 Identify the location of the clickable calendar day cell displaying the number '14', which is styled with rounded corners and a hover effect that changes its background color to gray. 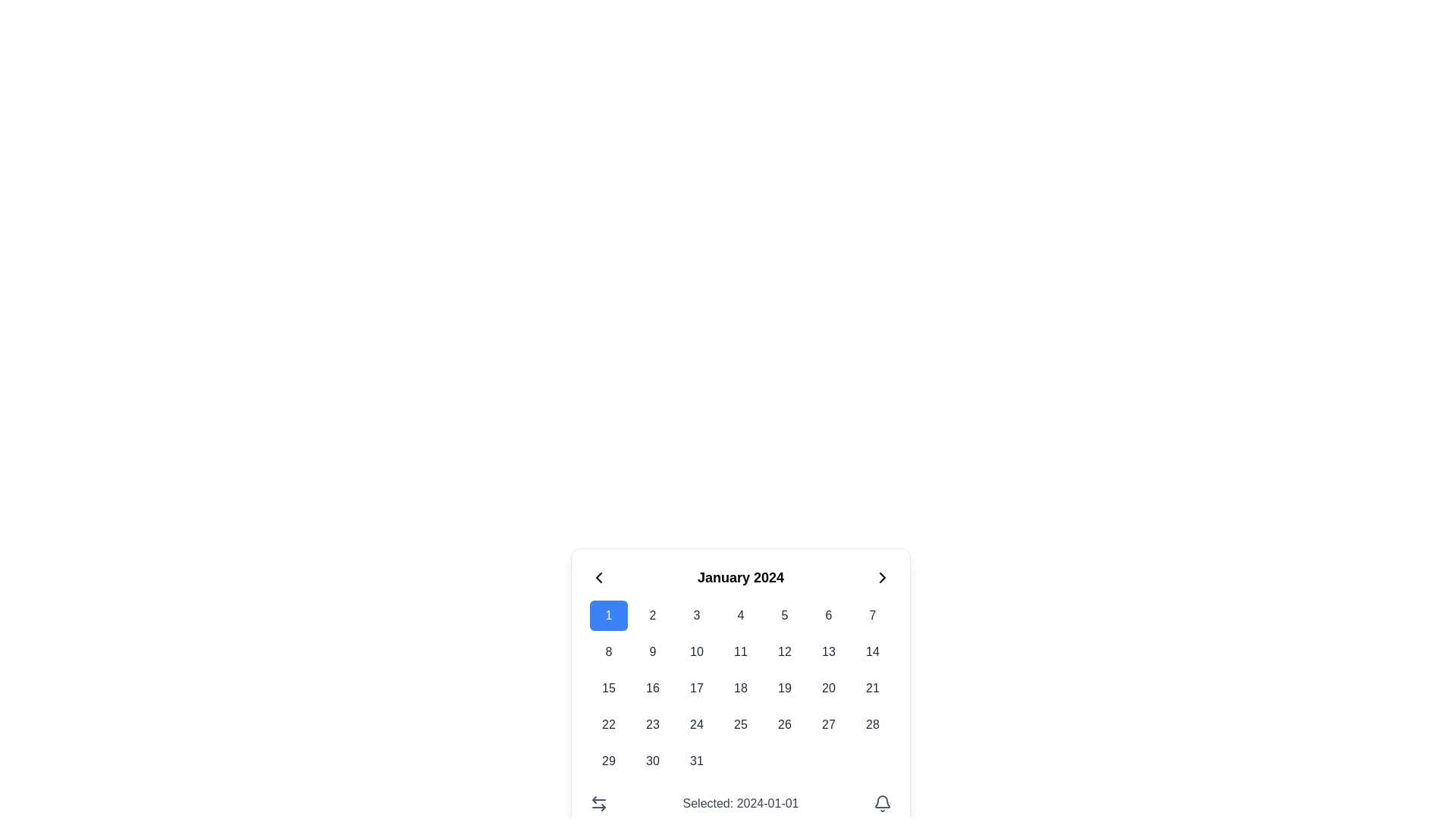
(873, 651).